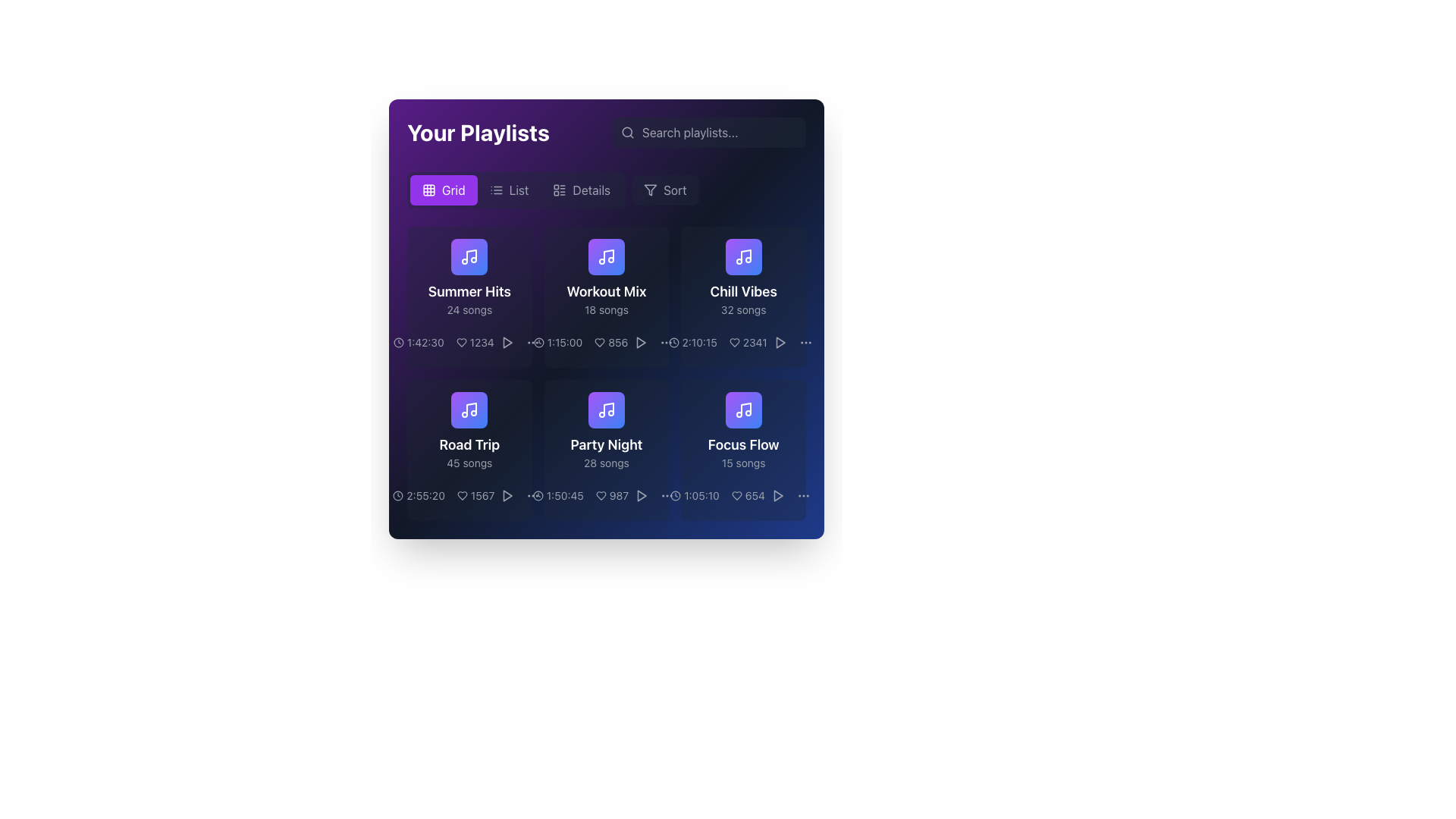  I want to click on the horizontal ellipsis icon within the button located at the top-right corner of the 'Chill Vibes' playlist card, so click(805, 342).